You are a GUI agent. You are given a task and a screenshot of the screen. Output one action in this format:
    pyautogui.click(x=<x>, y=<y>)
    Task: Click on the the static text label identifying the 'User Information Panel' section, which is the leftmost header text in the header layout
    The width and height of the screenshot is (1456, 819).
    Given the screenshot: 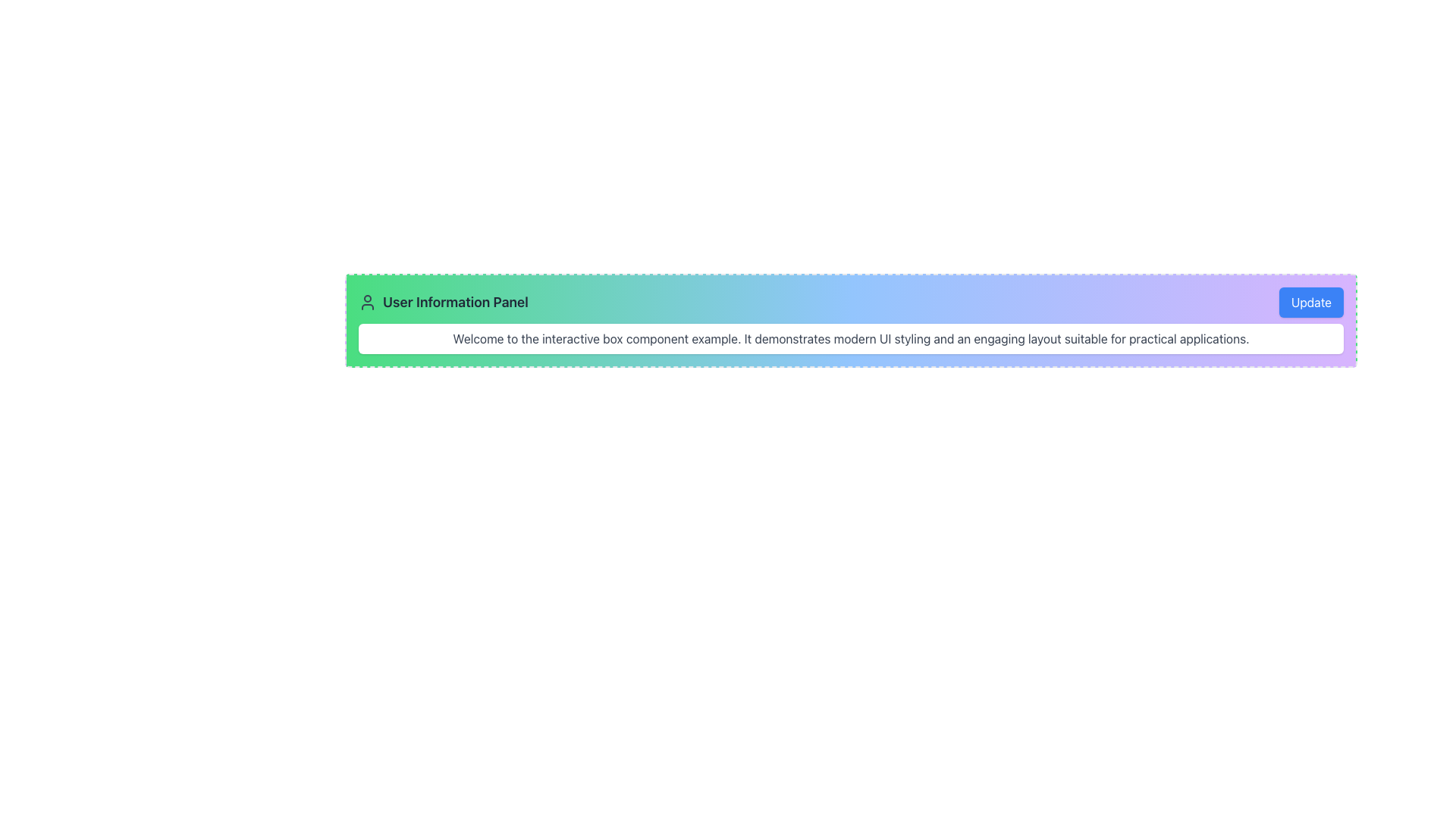 What is the action you would take?
    pyautogui.click(x=442, y=302)
    